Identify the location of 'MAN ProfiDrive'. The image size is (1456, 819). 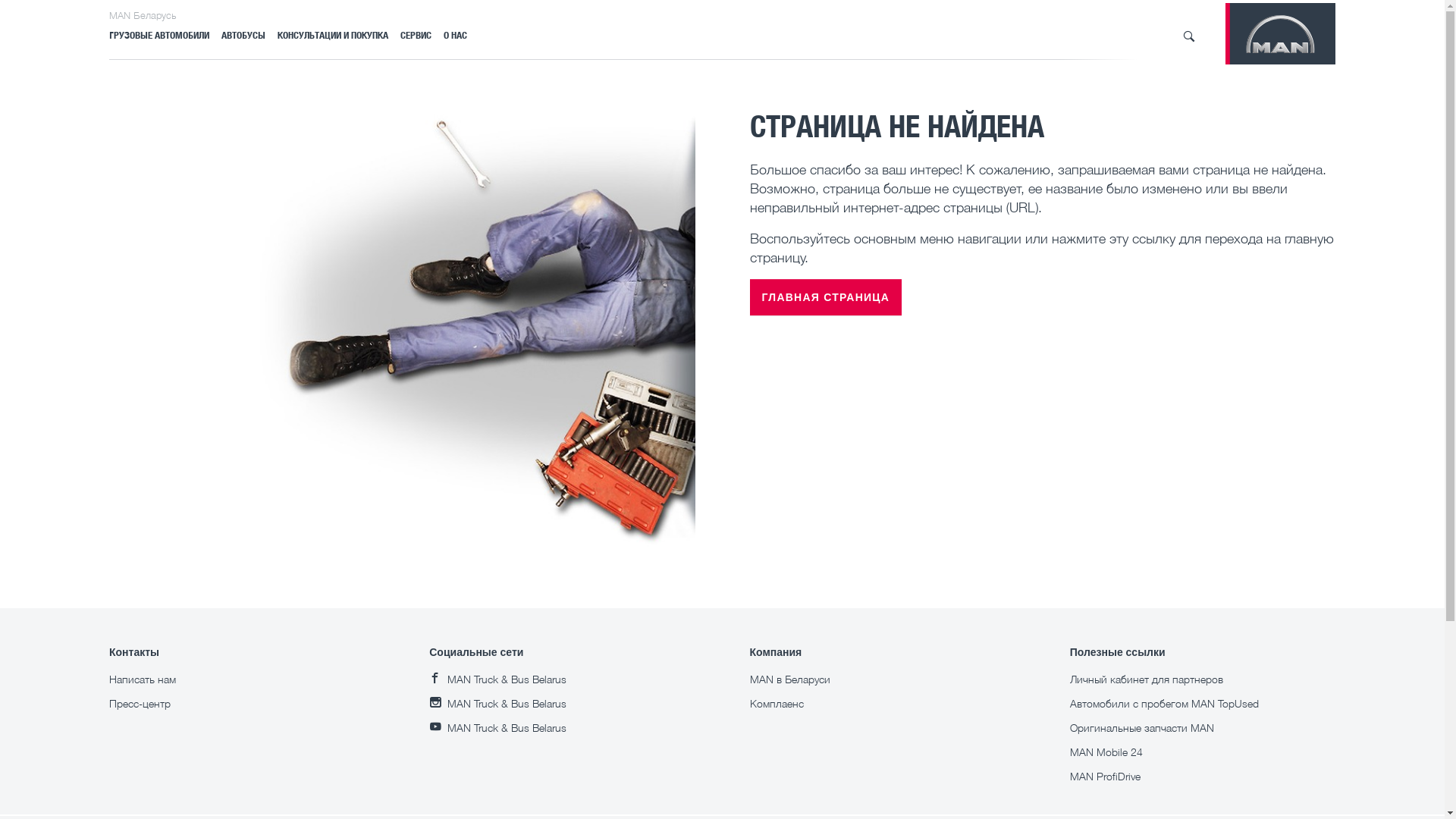
(1069, 776).